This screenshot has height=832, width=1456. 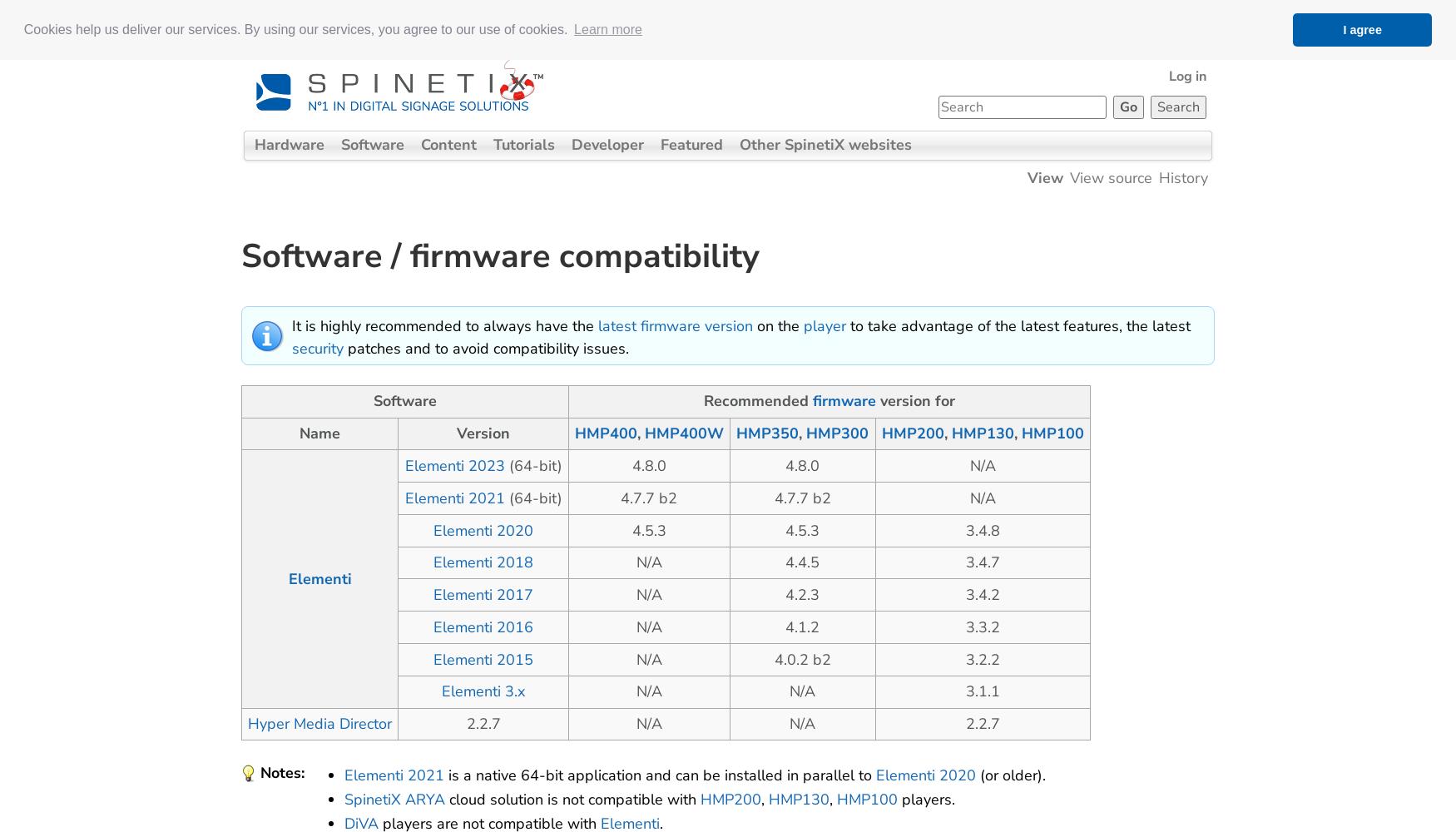 What do you see at coordinates (607, 28) in the screenshot?
I see `'Learn more'` at bounding box center [607, 28].